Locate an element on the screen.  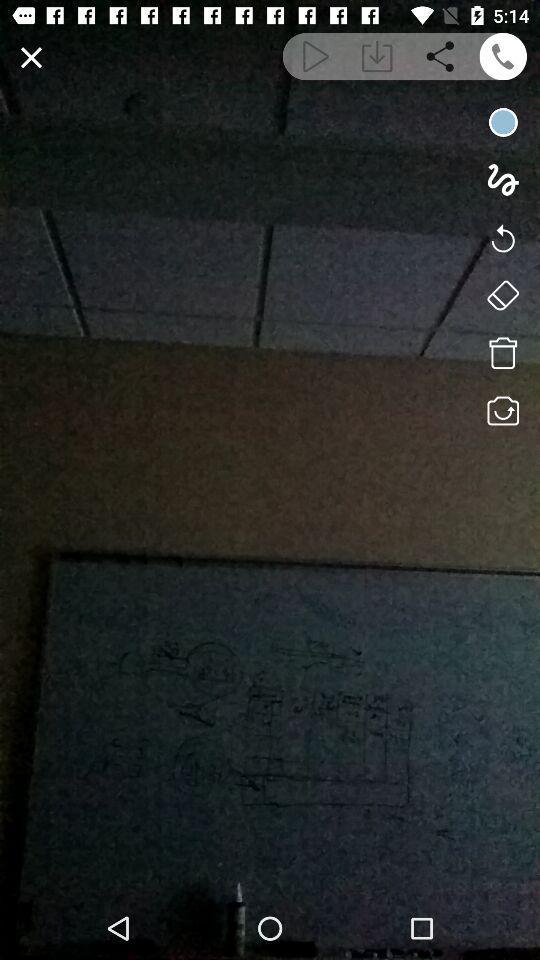
change brush color is located at coordinates (502, 121).